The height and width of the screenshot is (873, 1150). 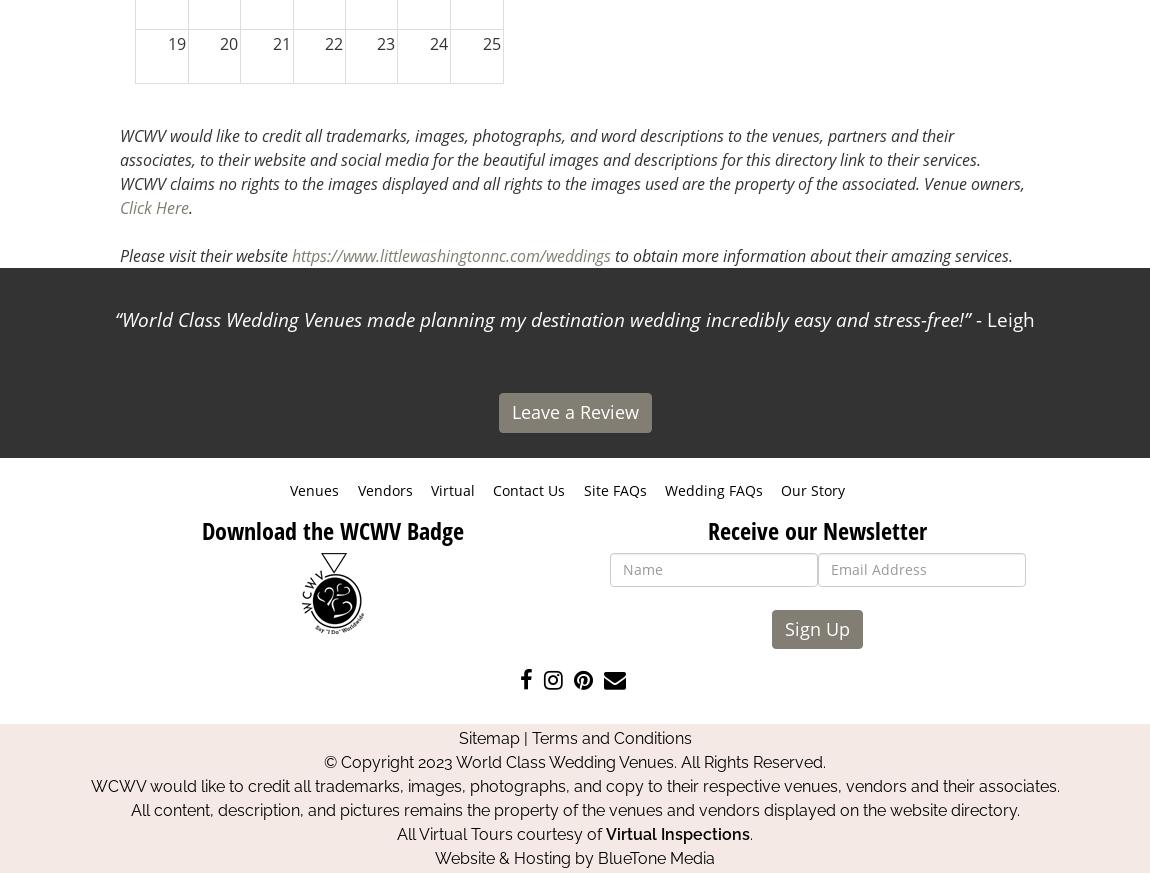 I want to click on 'Virtual Inspections', so click(x=677, y=834).